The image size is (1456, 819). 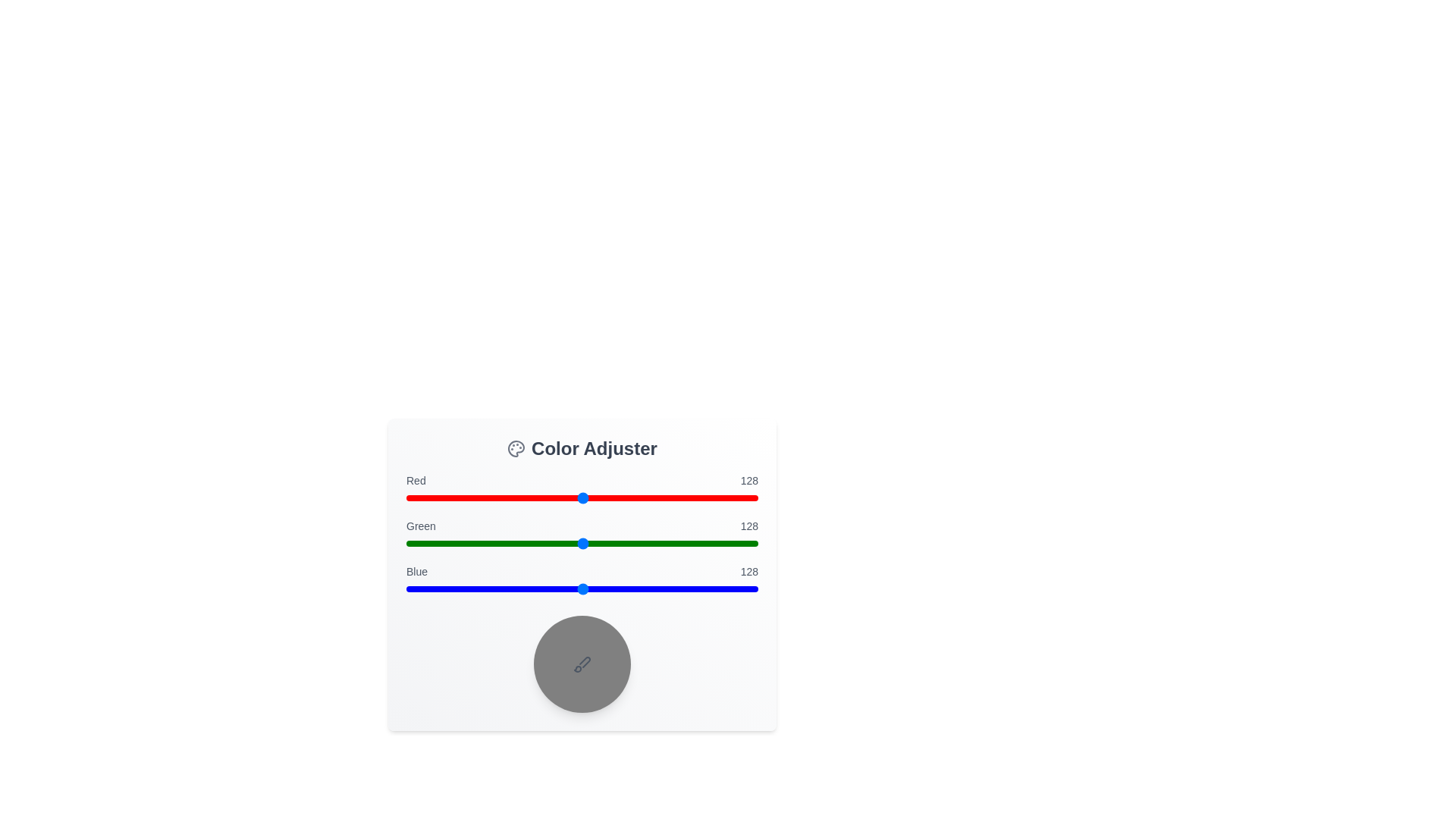 What do you see at coordinates (437, 497) in the screenshot?
I see `the red slider to the value 23` at bounding box center [437, 497].